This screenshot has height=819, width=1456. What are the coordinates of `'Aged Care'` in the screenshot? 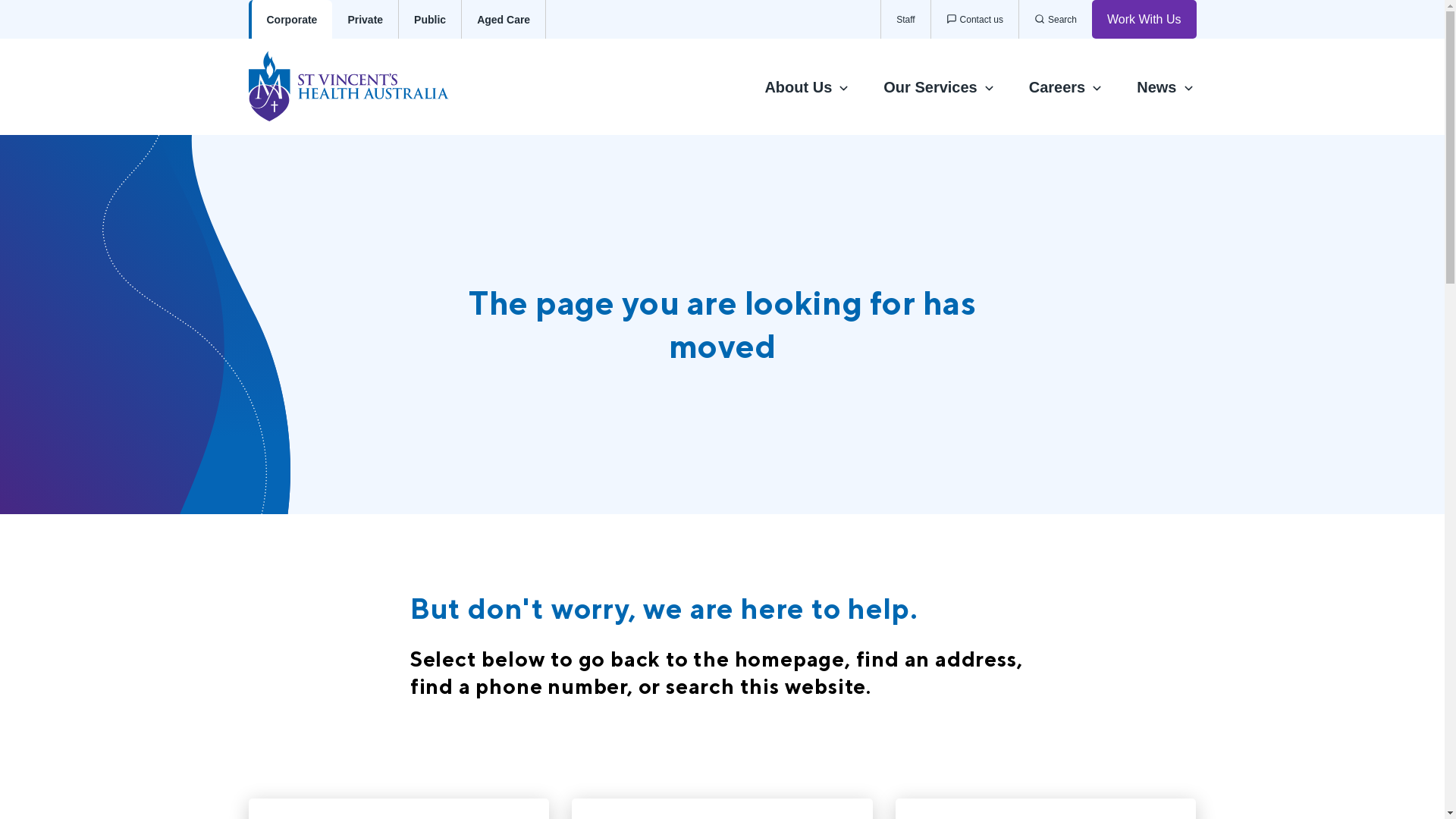 It's located at (504, 19).